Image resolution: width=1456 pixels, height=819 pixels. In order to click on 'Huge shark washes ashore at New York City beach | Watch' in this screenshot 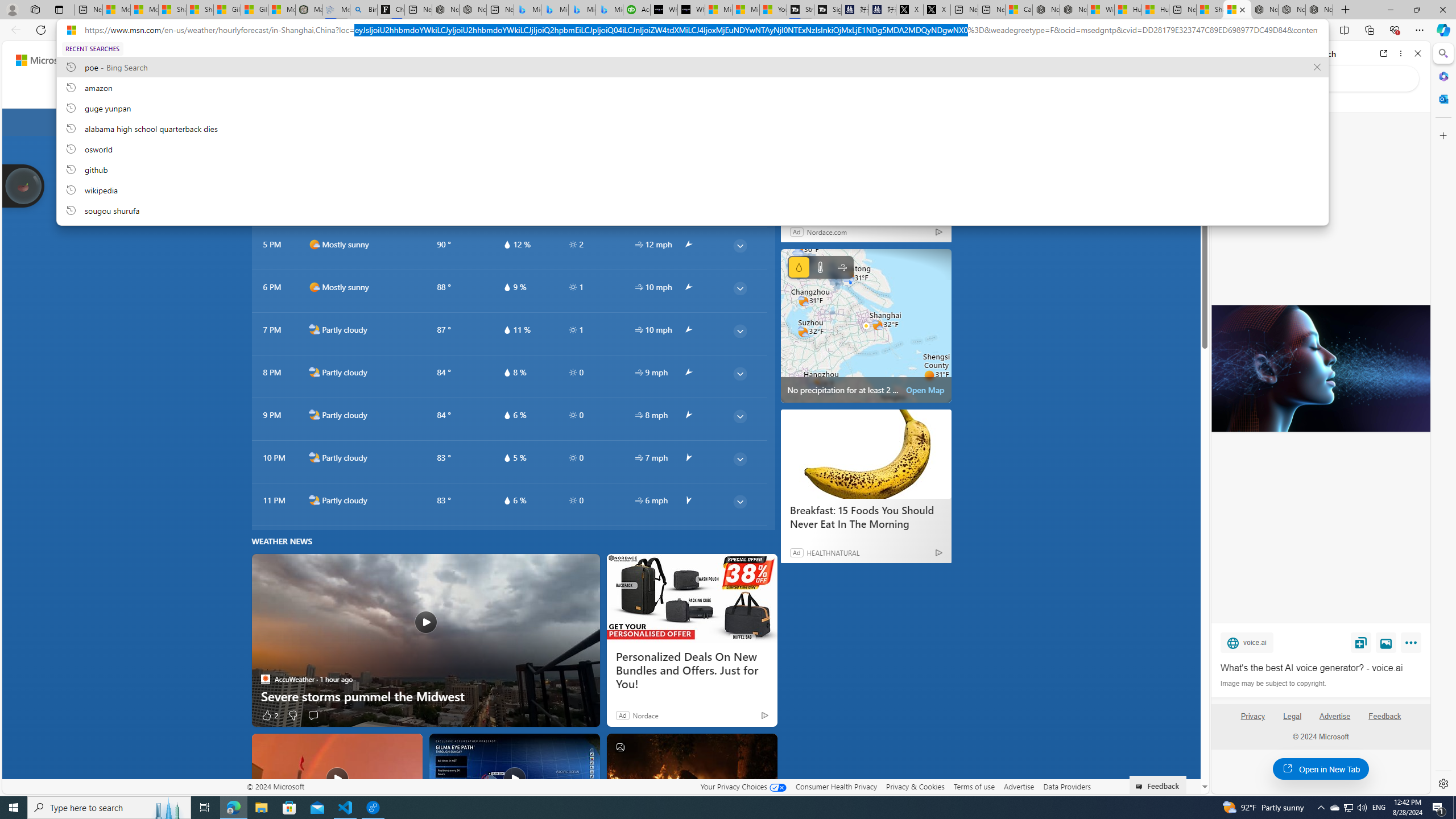, I will do `click(1155, 9)`.